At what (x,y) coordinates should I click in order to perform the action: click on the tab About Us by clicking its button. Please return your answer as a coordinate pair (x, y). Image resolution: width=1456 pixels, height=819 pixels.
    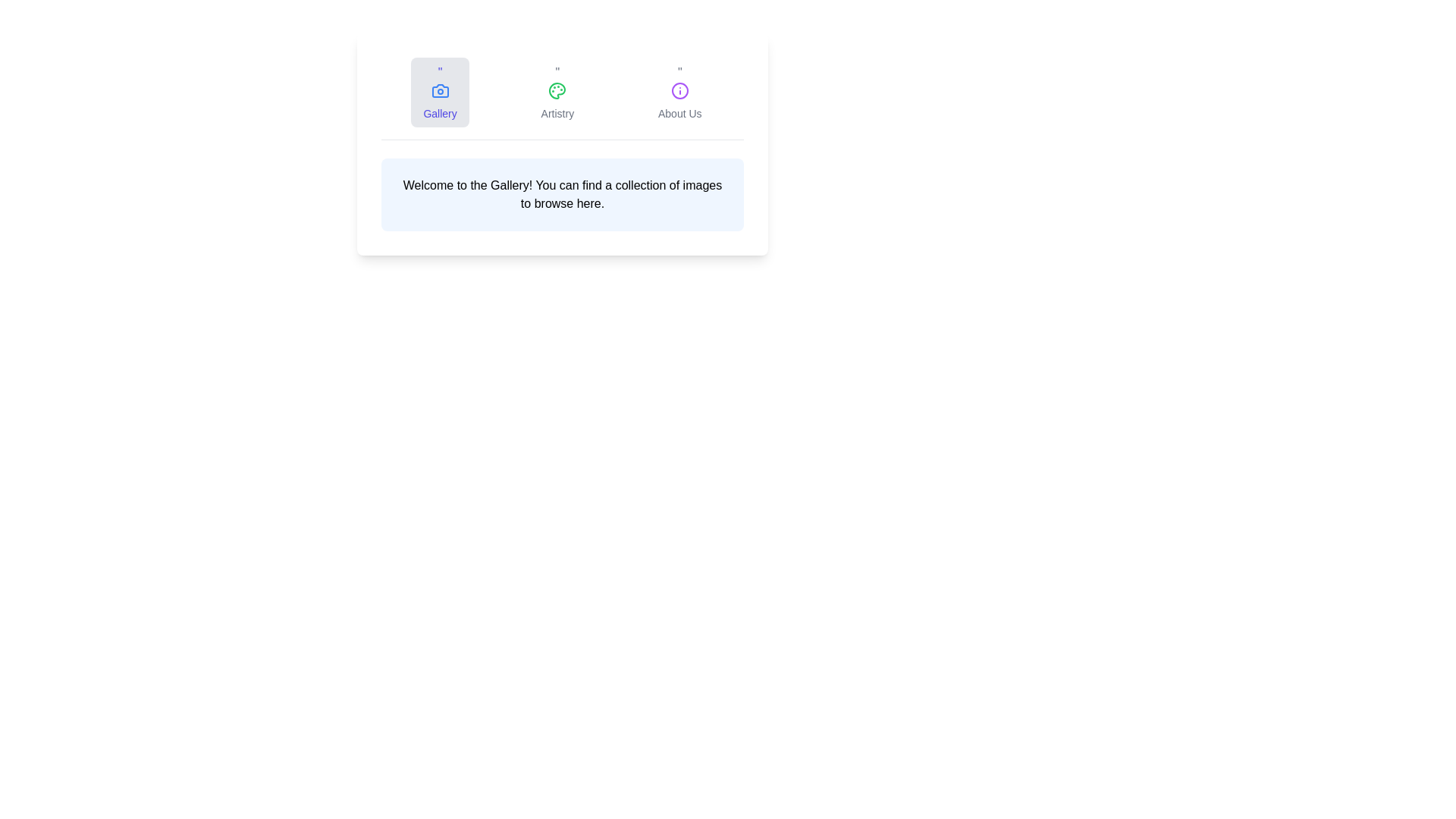
    Looking at the image, I should click on (679, 93).